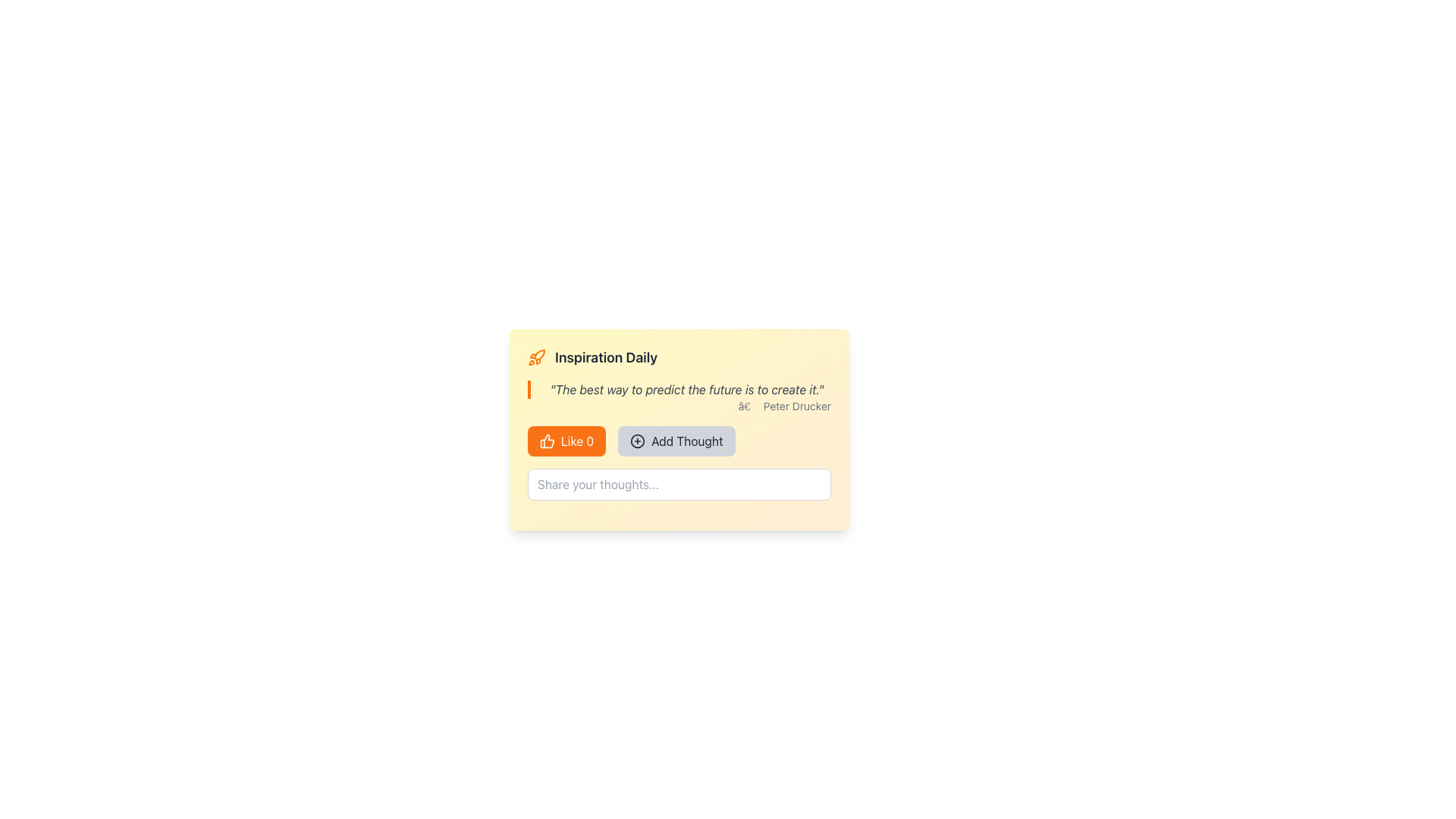 The image size is (1456, 819). What do you see at coordinates (676, 441) in the screenshot?
I see `the 'Add Thought' button, which is a rectangular button with rounded corners, a light gray background, and a black circular plus icon on the left side of the text in bold, dark gray font` at bounding box center [676, 441].